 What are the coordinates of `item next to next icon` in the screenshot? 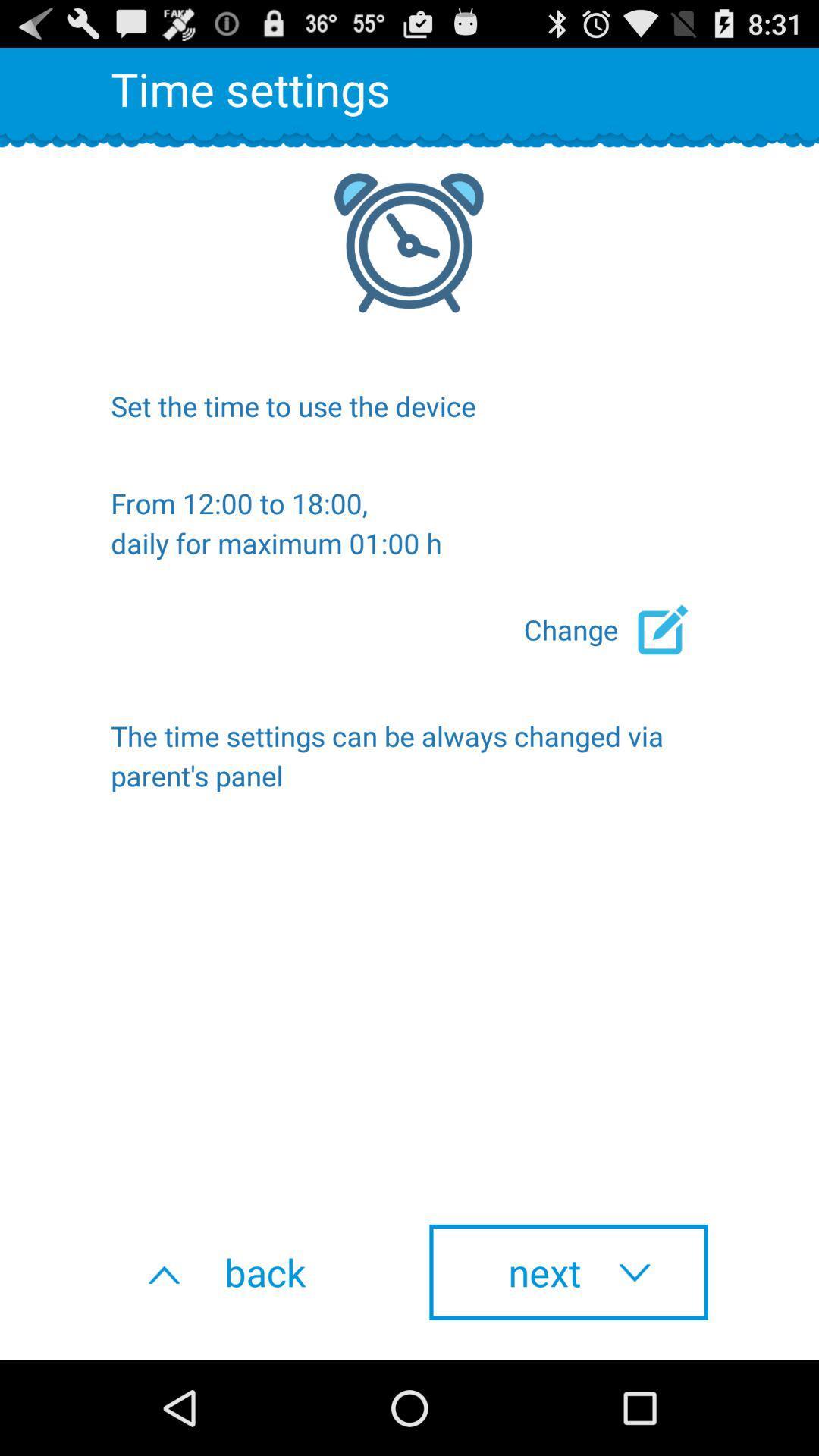 It's located at (249, 1272).